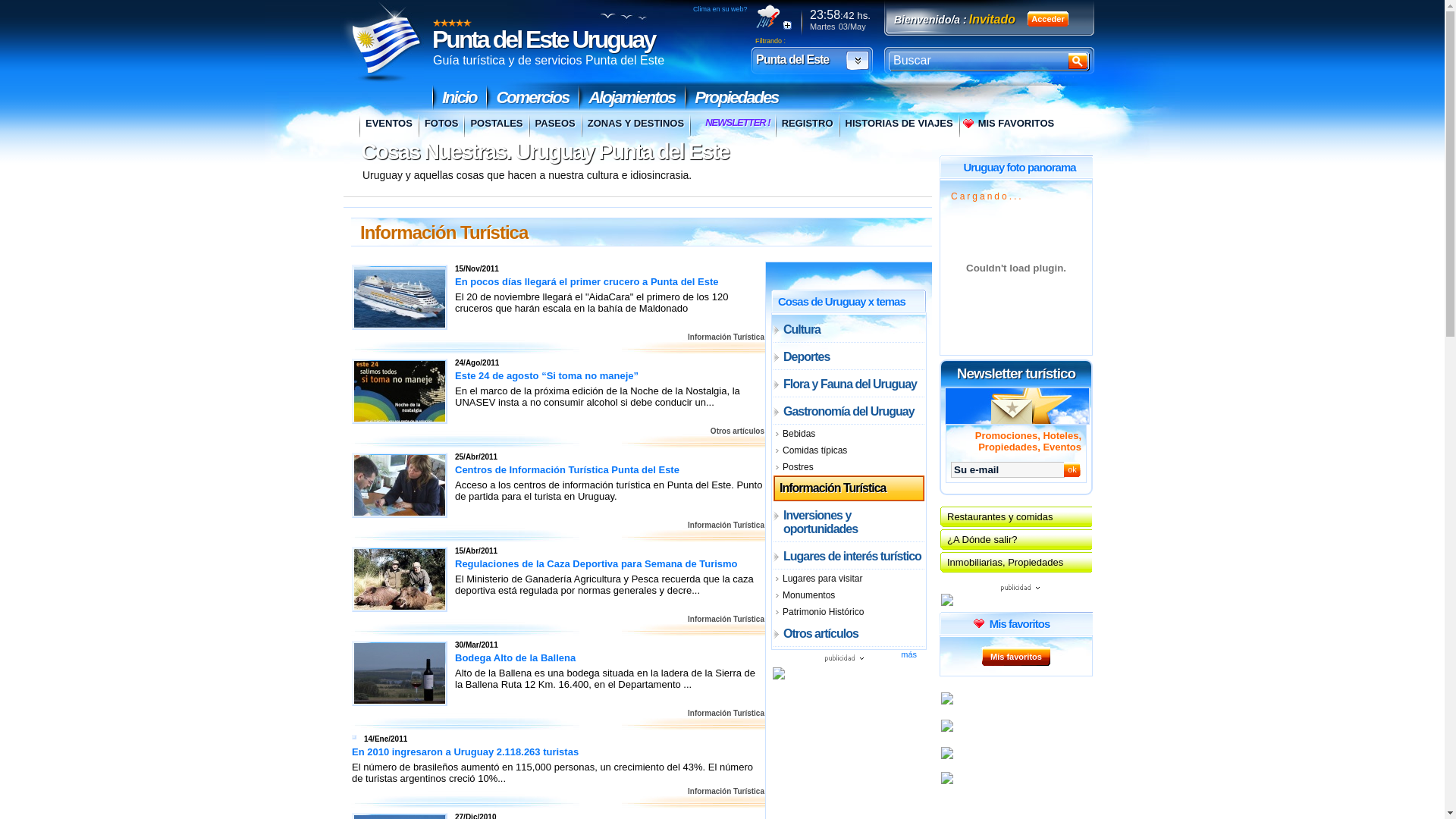 The image size is (1456, 819). What do you see at coordinates (848, 521) in the screenshot?
I see `'Inversiones y oportunidades'` at bounding box center [848, 521].